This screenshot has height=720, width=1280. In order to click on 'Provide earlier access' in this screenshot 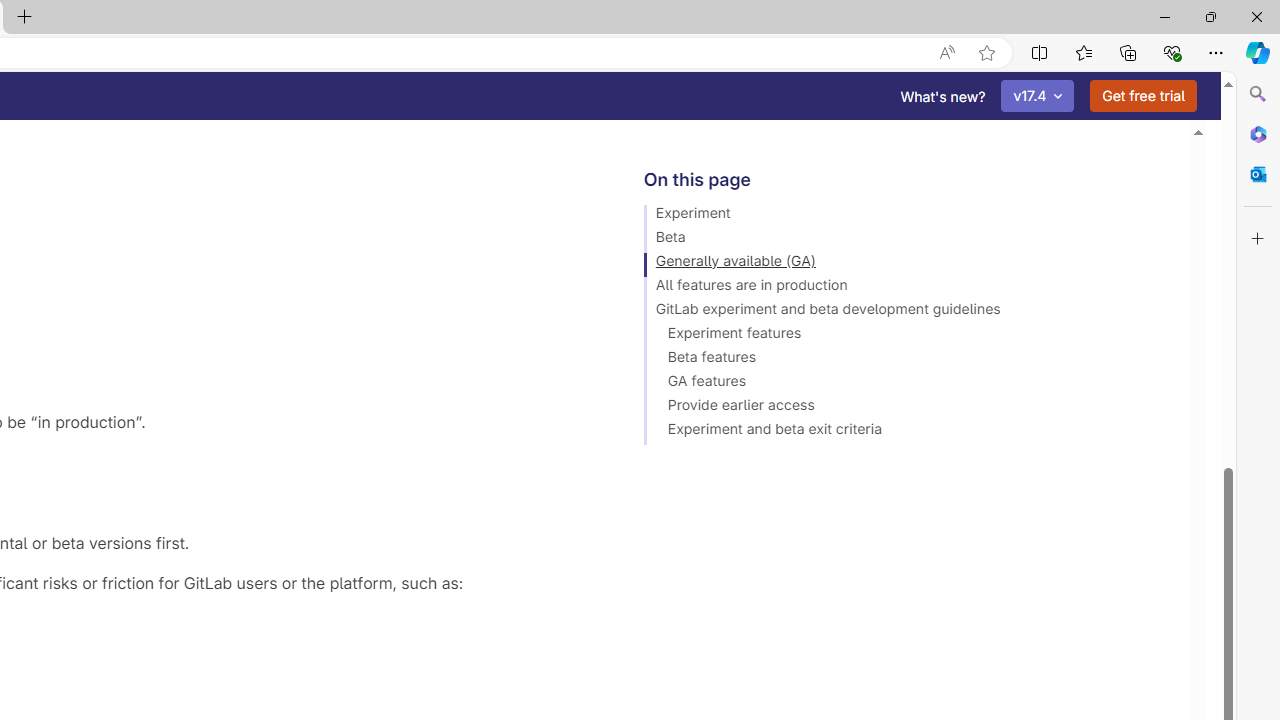, I will do `click(907, 407)`.